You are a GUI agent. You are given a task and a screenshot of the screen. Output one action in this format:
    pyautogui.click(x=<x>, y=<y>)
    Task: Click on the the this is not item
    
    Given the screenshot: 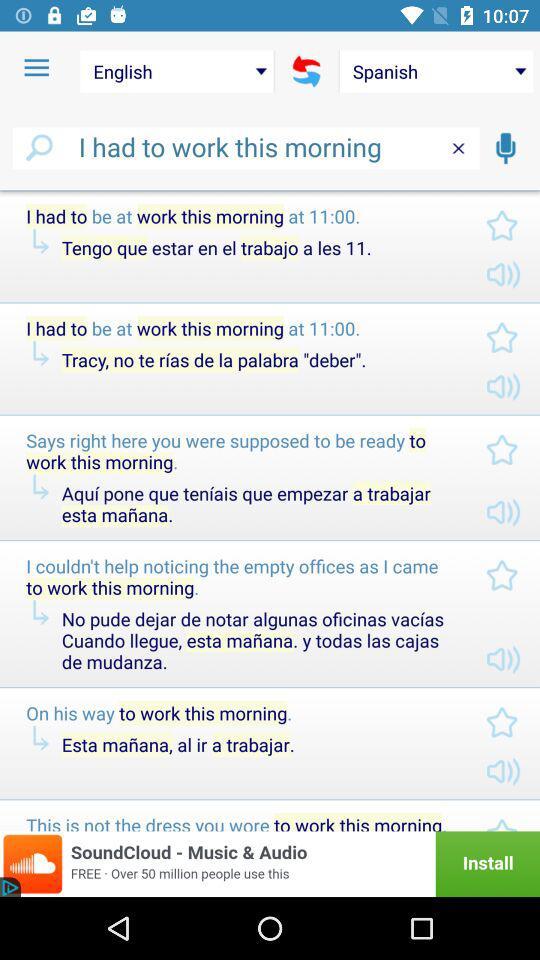 What is the action you would take?
    pyautogui.click(x=239, y=822)
    